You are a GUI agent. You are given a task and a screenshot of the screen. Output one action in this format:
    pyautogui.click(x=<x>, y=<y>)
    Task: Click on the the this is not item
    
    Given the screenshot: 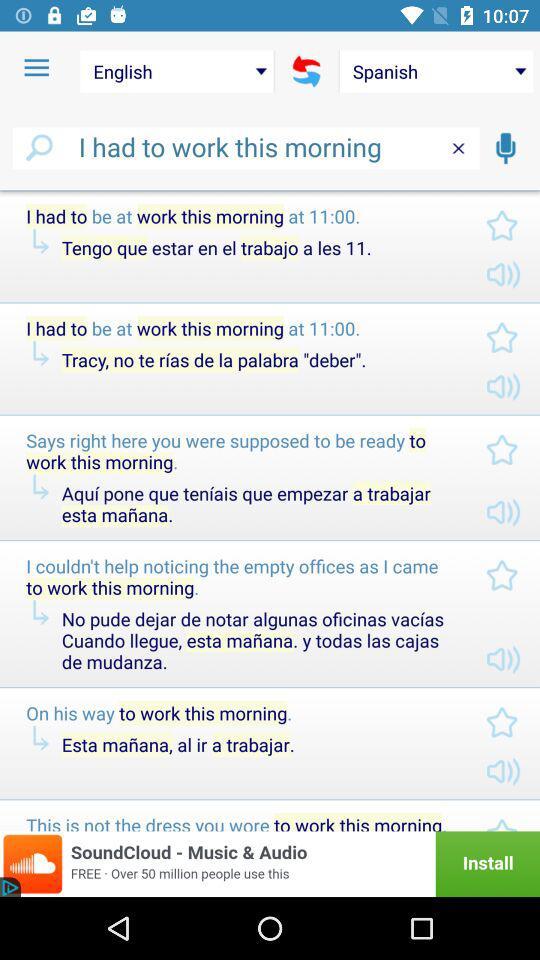 What is the action you would take?
    pyautogui.click(x=239, y=822)
    